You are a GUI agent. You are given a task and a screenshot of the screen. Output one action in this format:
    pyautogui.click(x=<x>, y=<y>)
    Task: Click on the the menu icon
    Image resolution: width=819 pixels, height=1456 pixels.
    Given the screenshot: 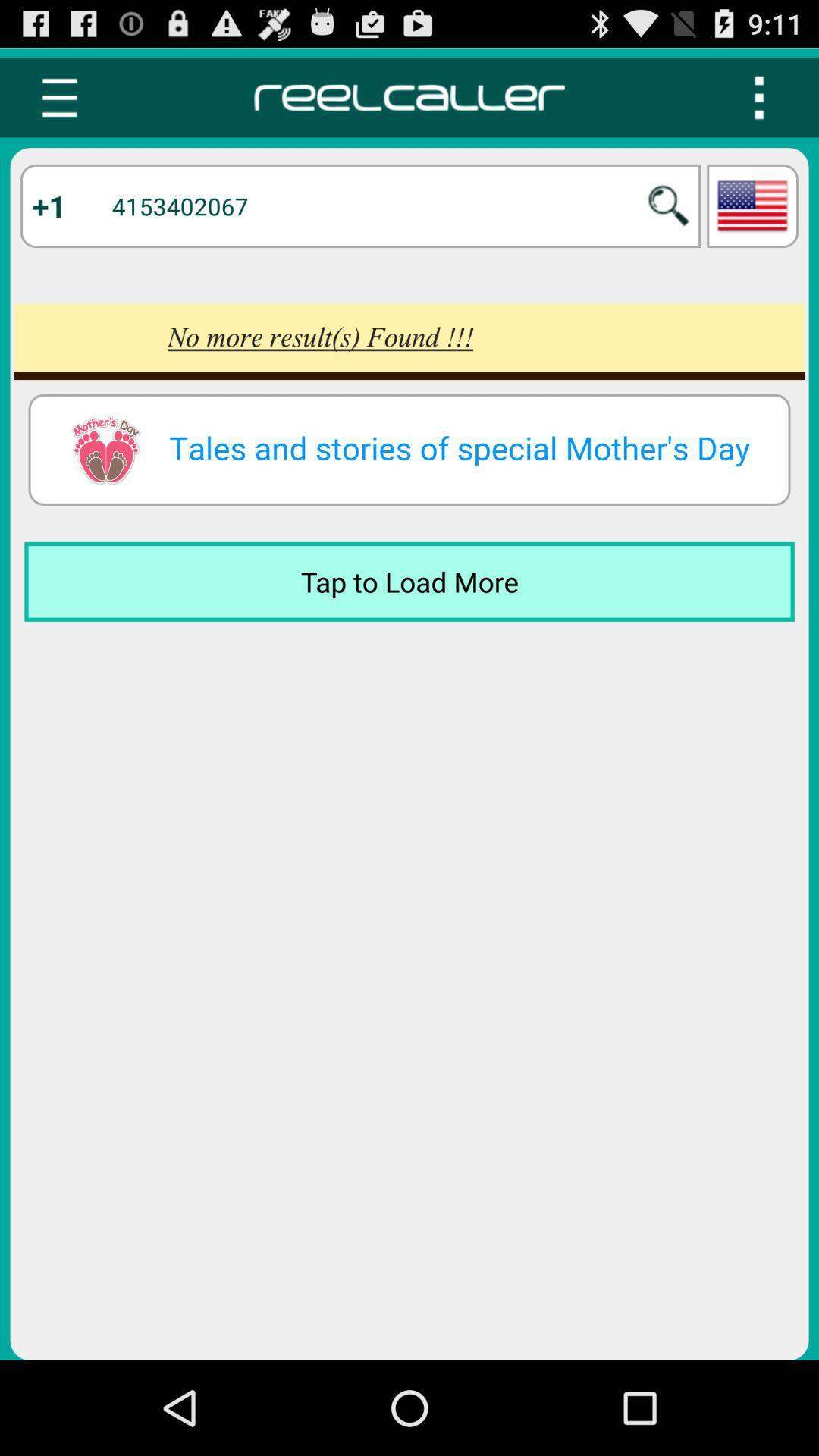 What is the action you would take?
    pyautogui.click(x=58, y=104)
    